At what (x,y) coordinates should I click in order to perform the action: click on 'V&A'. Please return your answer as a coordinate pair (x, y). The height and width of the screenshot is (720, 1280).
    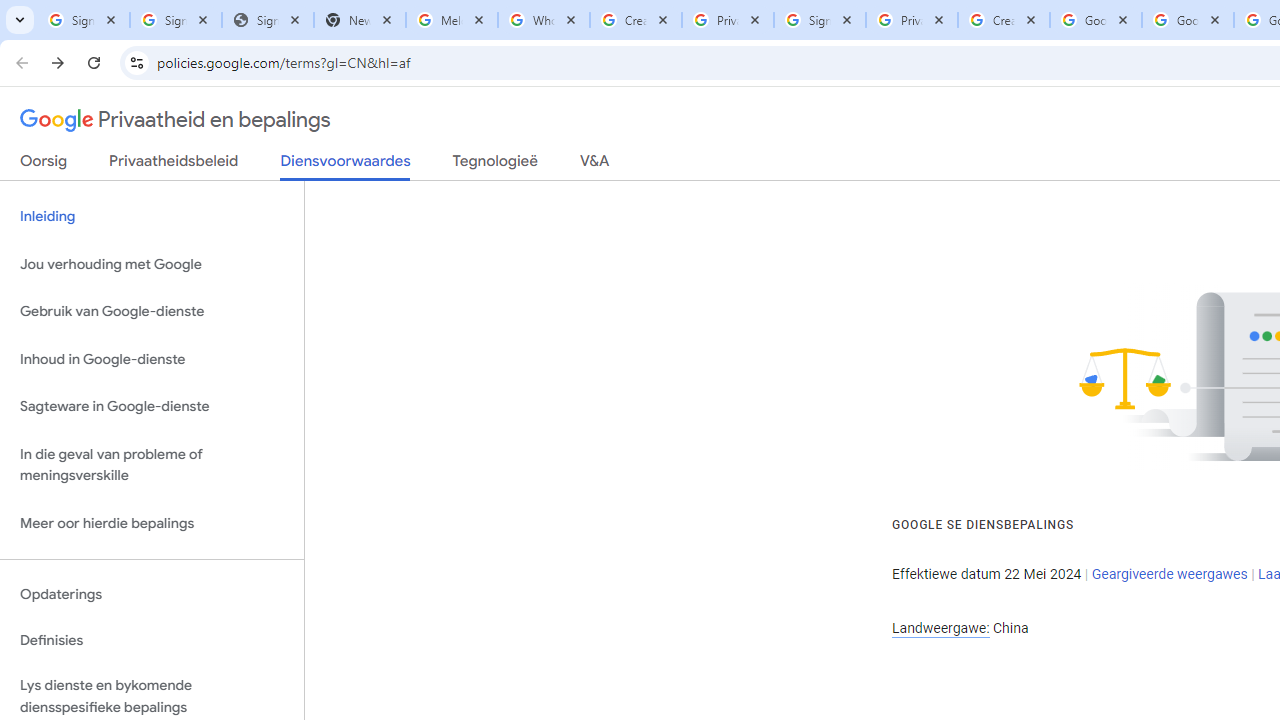
    Looking at the image, I should click on (593, 164).